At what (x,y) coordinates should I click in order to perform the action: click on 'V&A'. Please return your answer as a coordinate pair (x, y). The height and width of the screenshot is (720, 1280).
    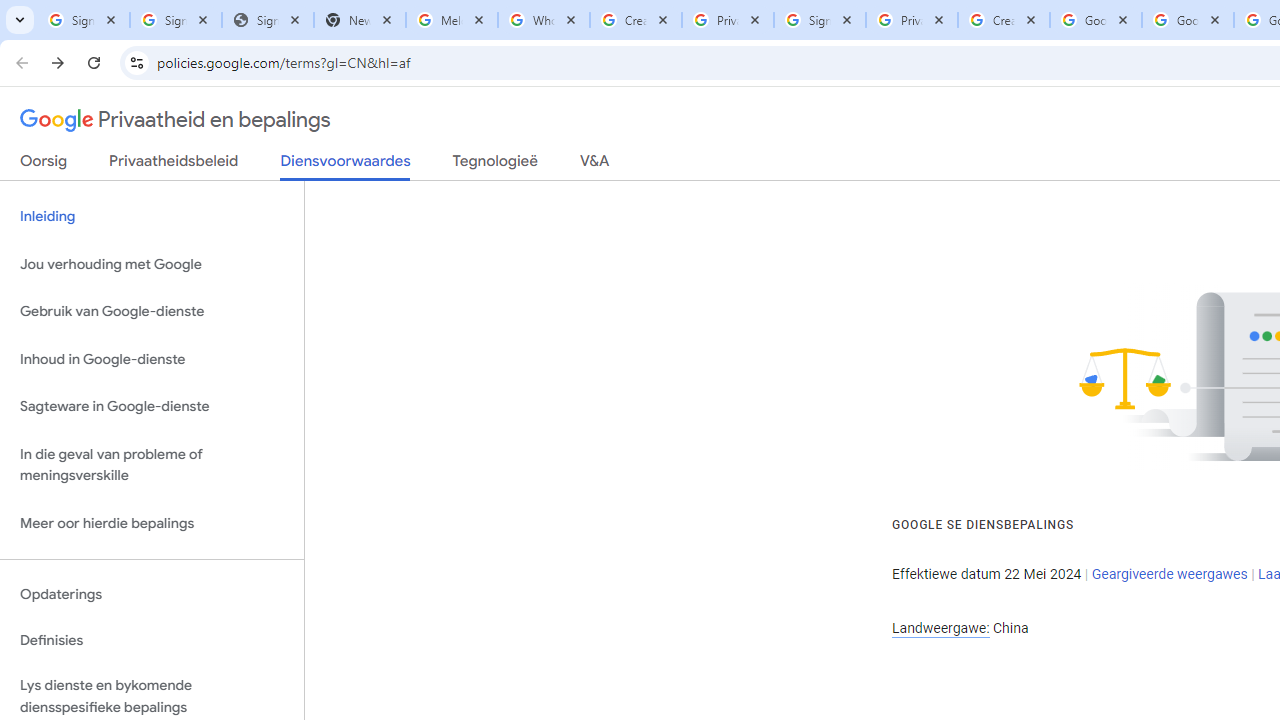
    Looking at the image, I should click on (593, 164).